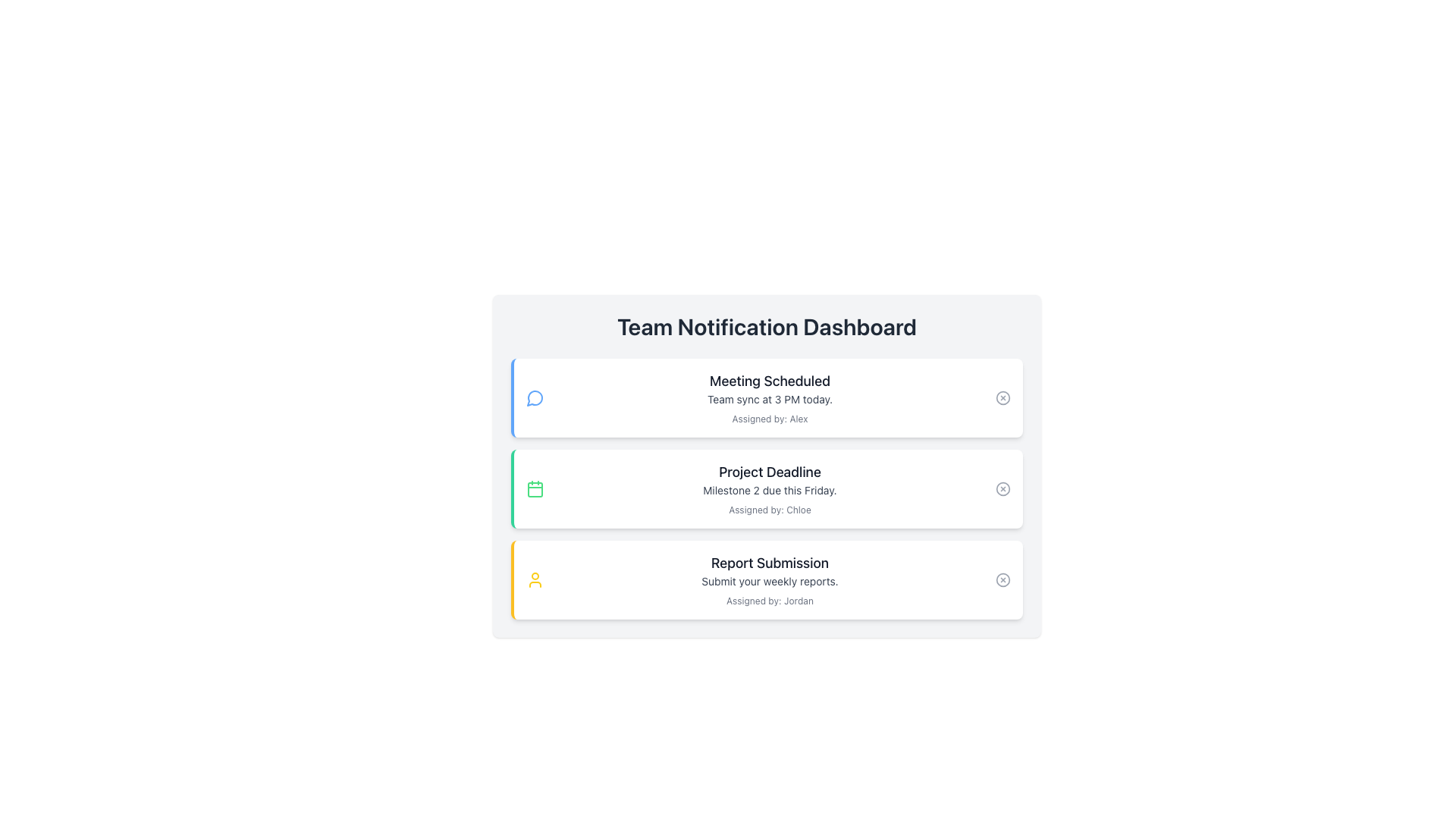 Image resolution: width=1456 pixels, height=819 pixels. I want to click on the text label that reads 'Assigned by: Jordan', which is styled in gray and located beneath the description in the 'Report Submission' card, so click(770, 601).